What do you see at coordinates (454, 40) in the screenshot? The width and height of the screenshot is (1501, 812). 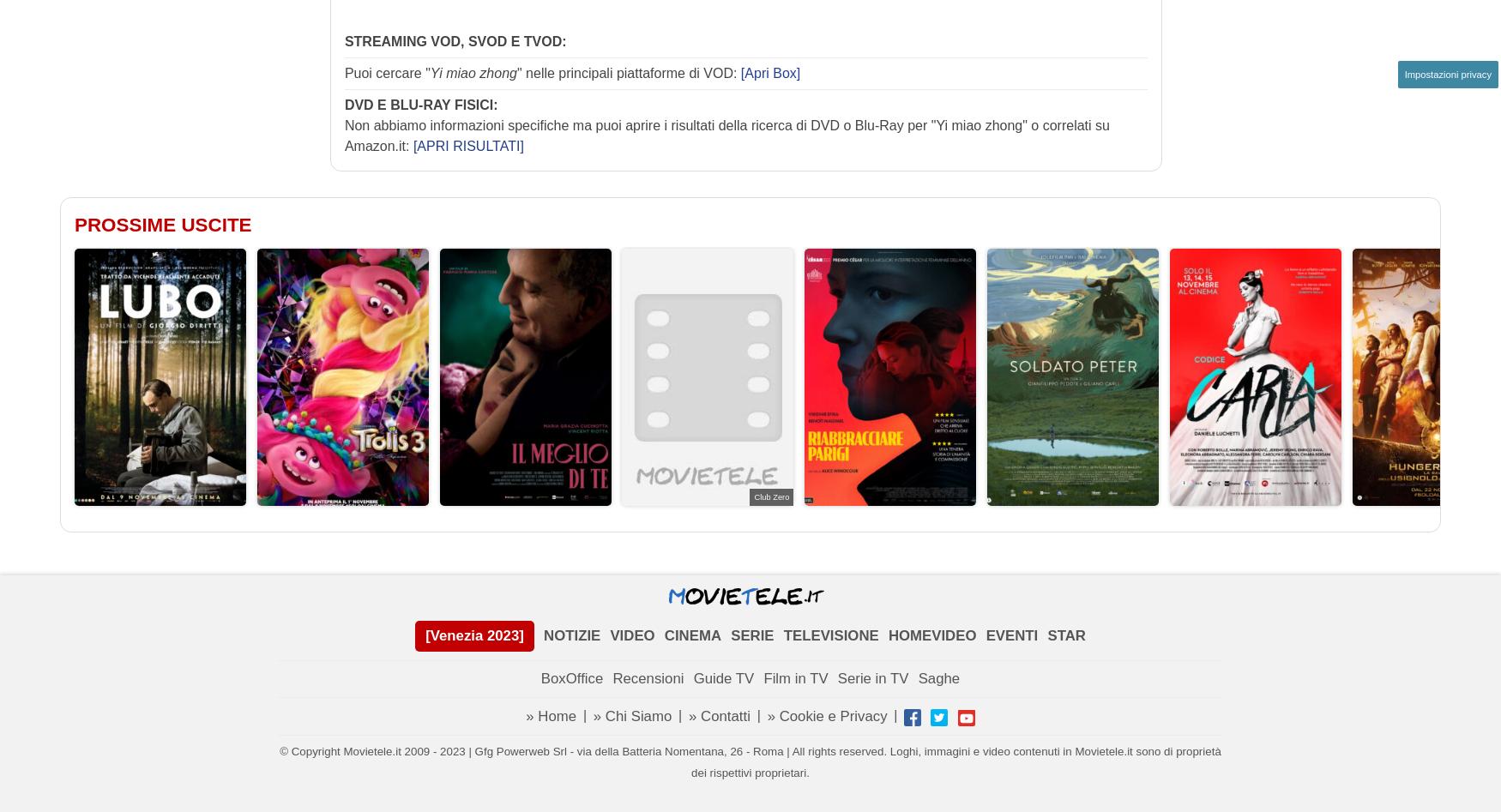 I see `'STREAMING VOD, SVOD E TVOD:'` at bounding box center [454, 40].